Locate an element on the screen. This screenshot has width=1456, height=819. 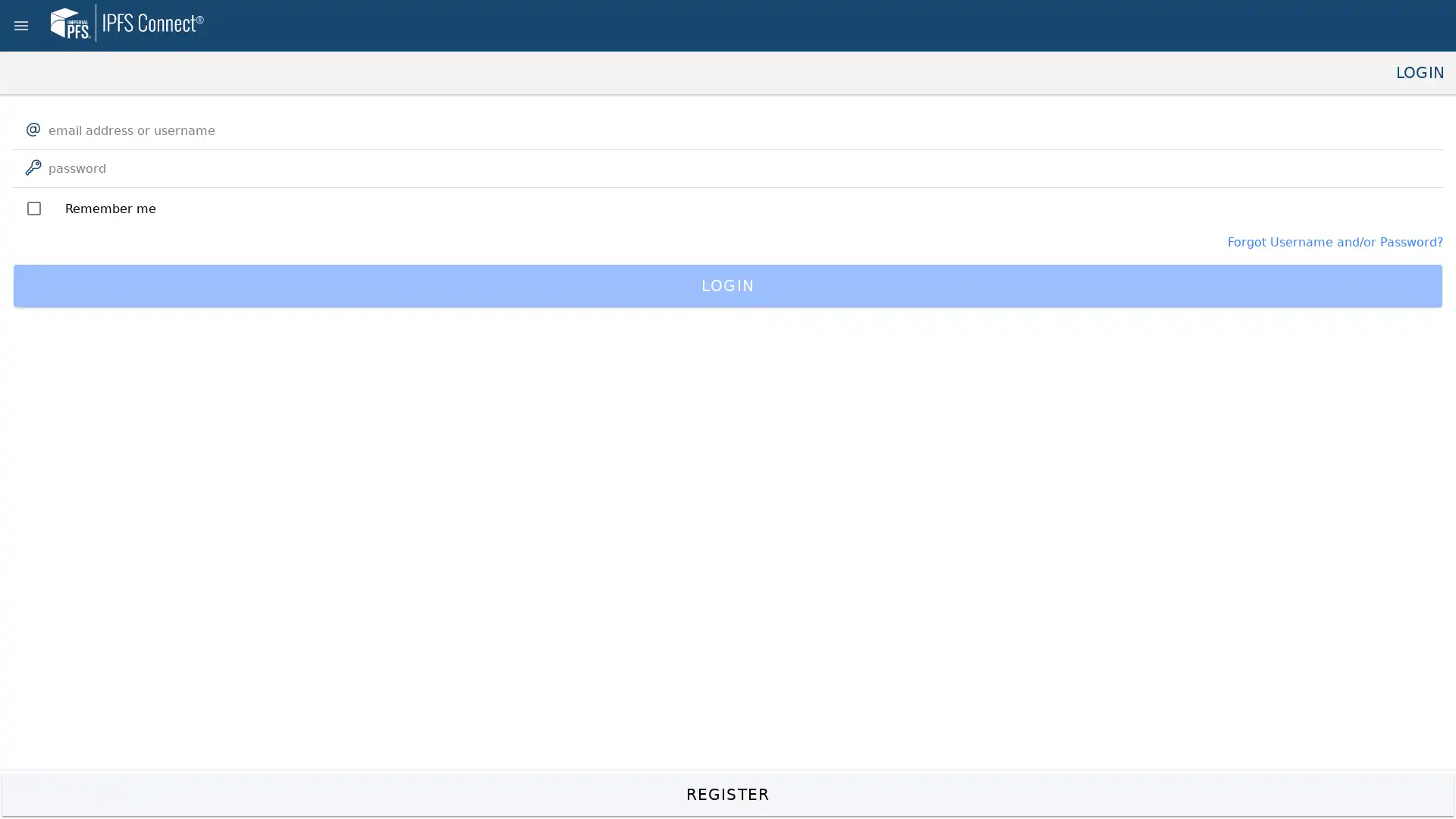
REGISTER is located at coordinates (728, 794).